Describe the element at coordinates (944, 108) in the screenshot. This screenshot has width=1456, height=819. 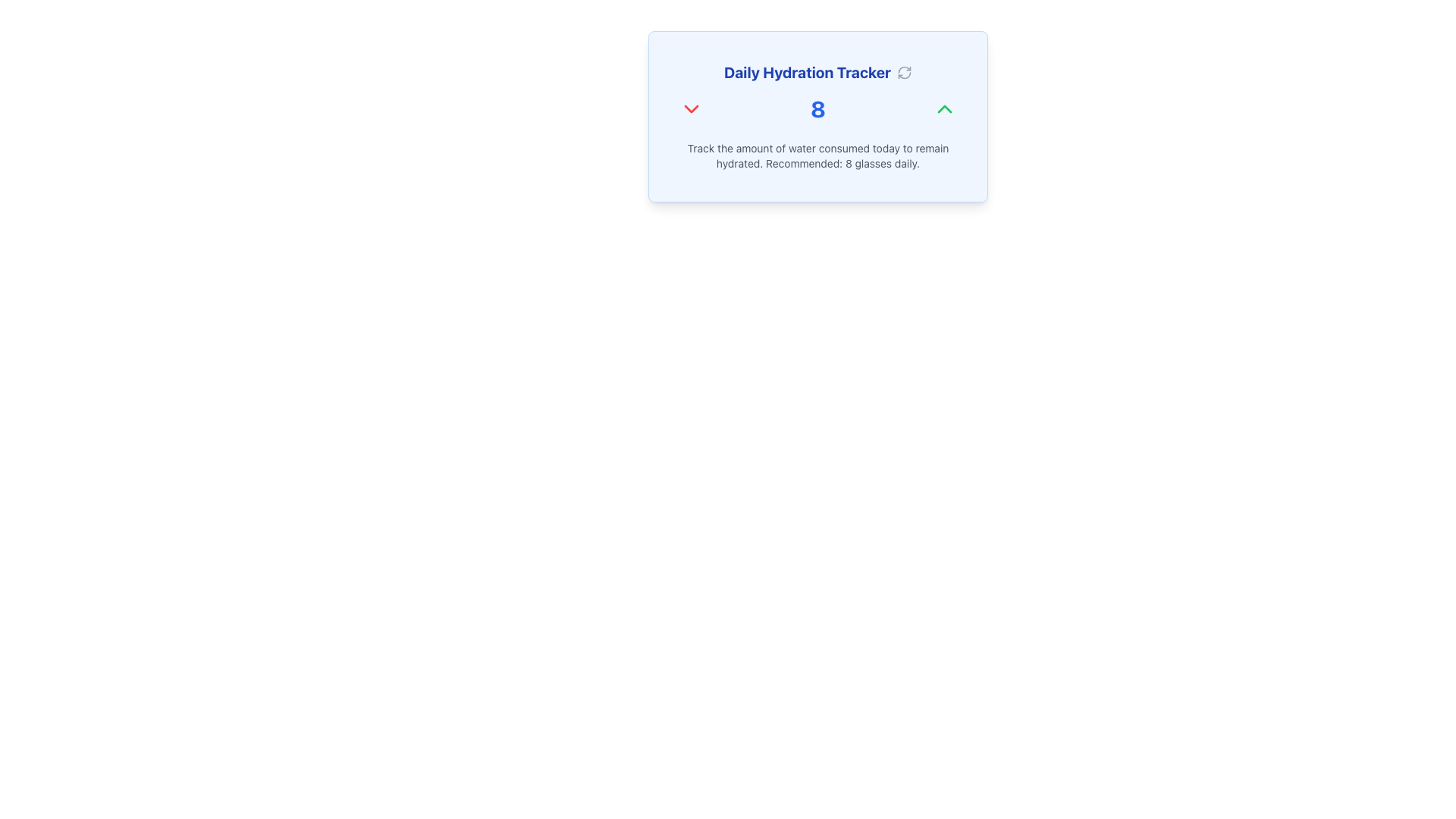
I see `the upward-pointing chevron icon within the green circular button located at the top-left corner of the 'Daily Hydration Tracker' card UI` at that location.